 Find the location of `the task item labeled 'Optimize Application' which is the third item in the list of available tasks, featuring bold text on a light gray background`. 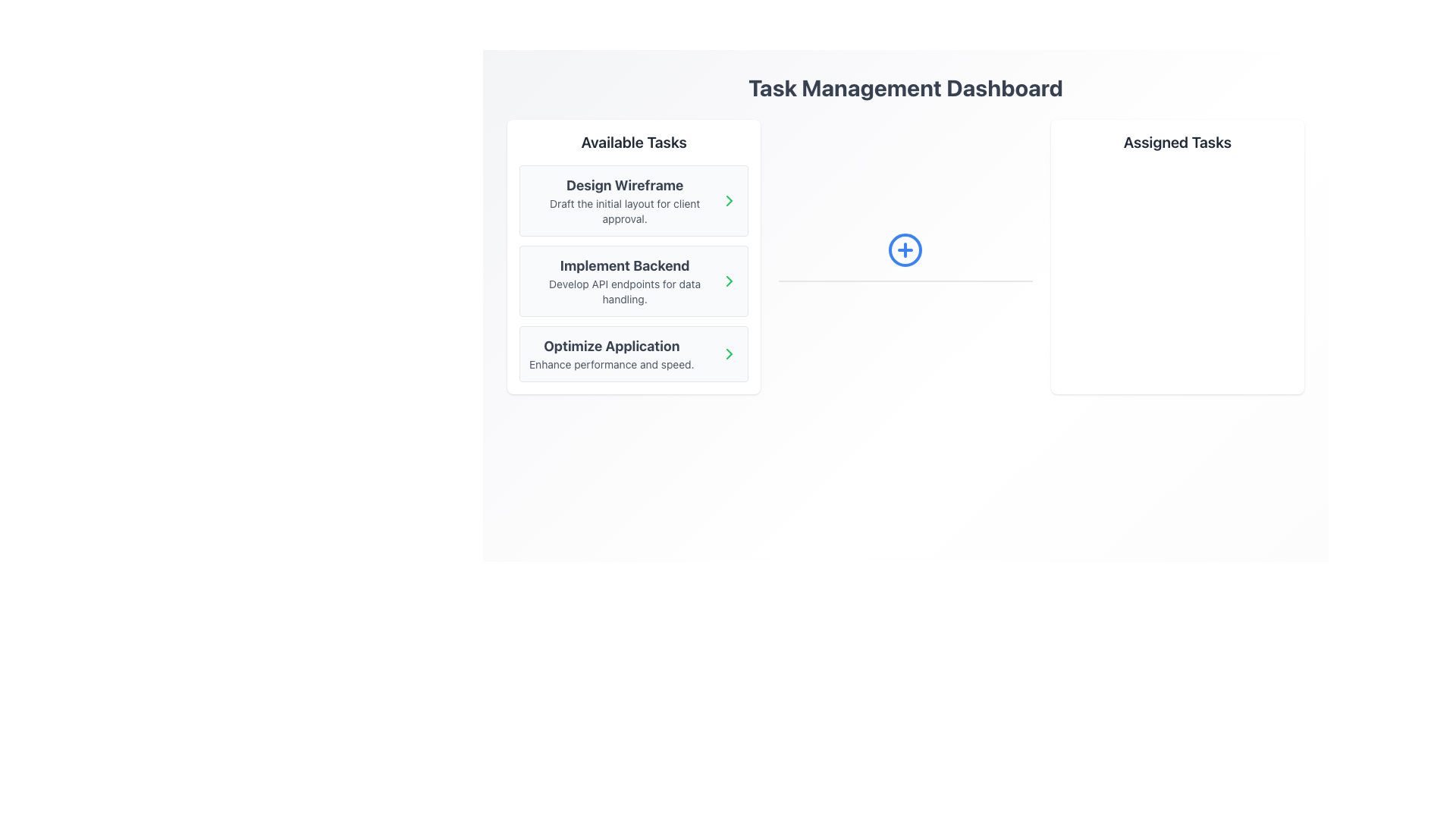

the task item labeled 'Optimize Application' which is the third item in the list of available tasks, featuring bold text on a light gray background is located at coordinates (611, 353).